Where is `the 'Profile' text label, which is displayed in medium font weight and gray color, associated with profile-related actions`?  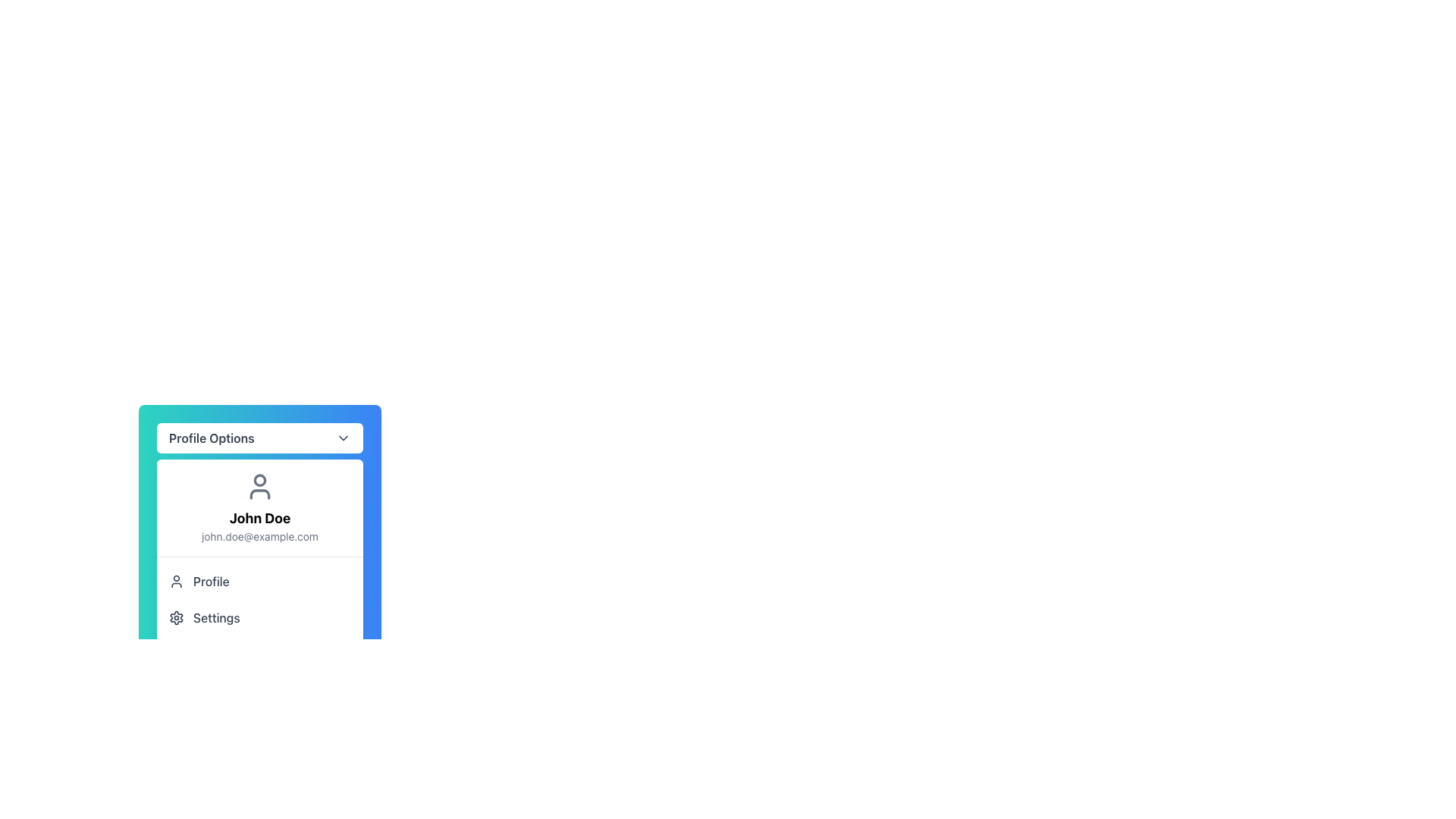 the 'Profile' text label, which is displayed in medium font weight and gray color, associated with profile-related actions is located at coordinates (210, 581).